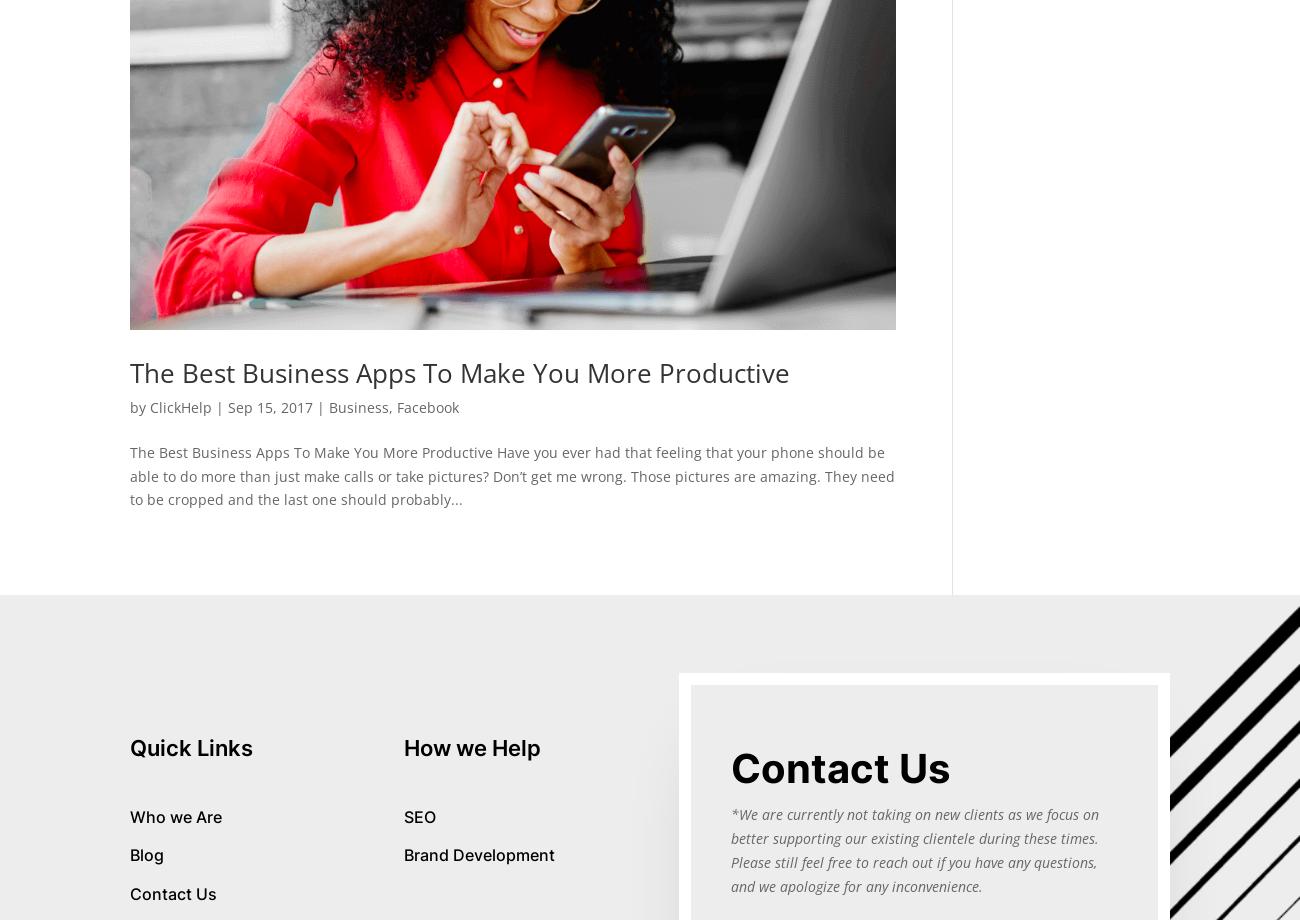  What do you see at coordinates (180, 406) in the screenshot?
I see `'ClickHelp'` at bounding box center [180, 406].